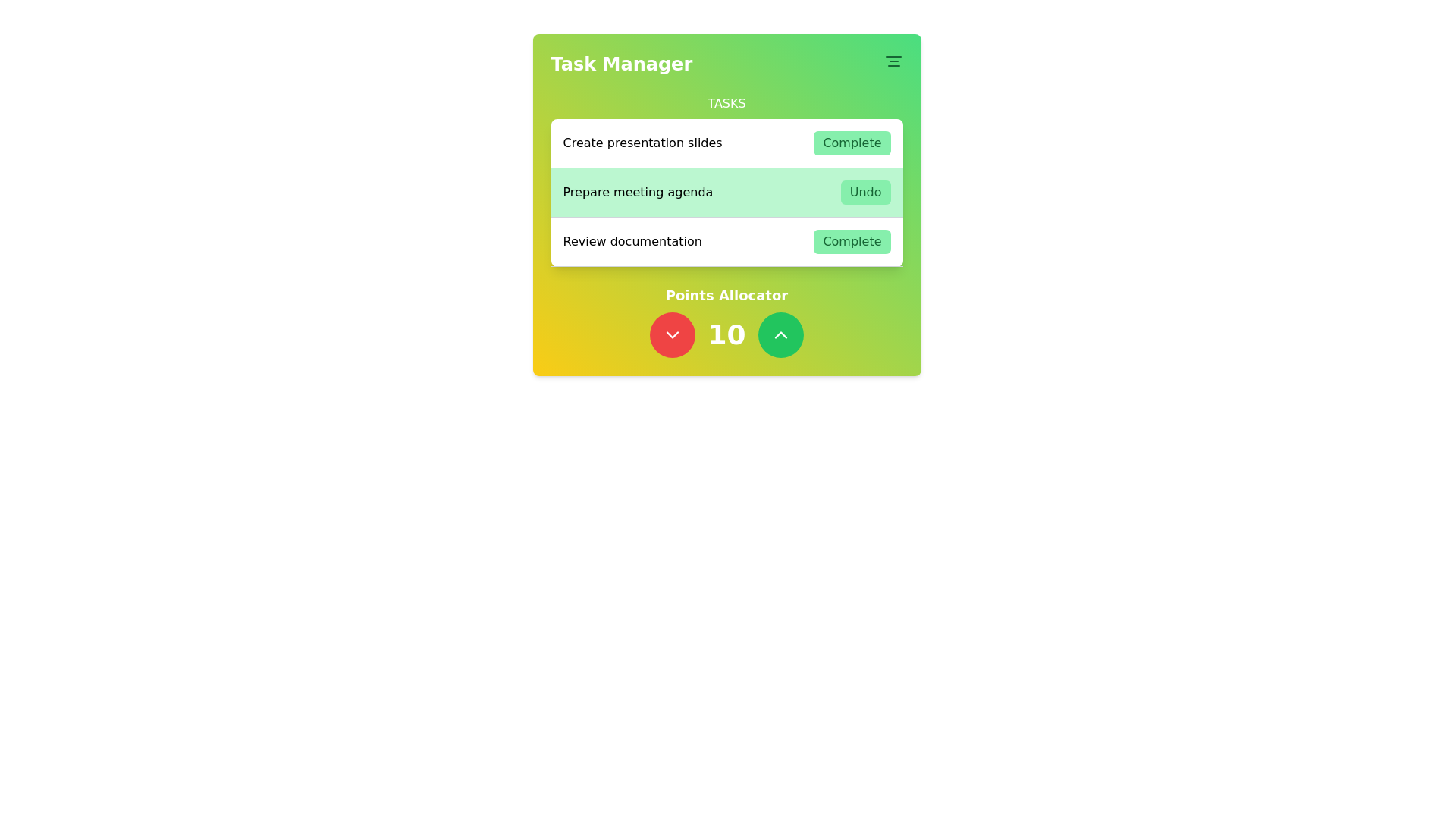  What do you see at coordinates (726, 321) in the screenshot?
I see `displayed number from the interactive control panel located in the lower section of the Task Manager panel, which is the fourth item and includes up and down arrow buttons for points allocation` at bounding box center [726, 321].